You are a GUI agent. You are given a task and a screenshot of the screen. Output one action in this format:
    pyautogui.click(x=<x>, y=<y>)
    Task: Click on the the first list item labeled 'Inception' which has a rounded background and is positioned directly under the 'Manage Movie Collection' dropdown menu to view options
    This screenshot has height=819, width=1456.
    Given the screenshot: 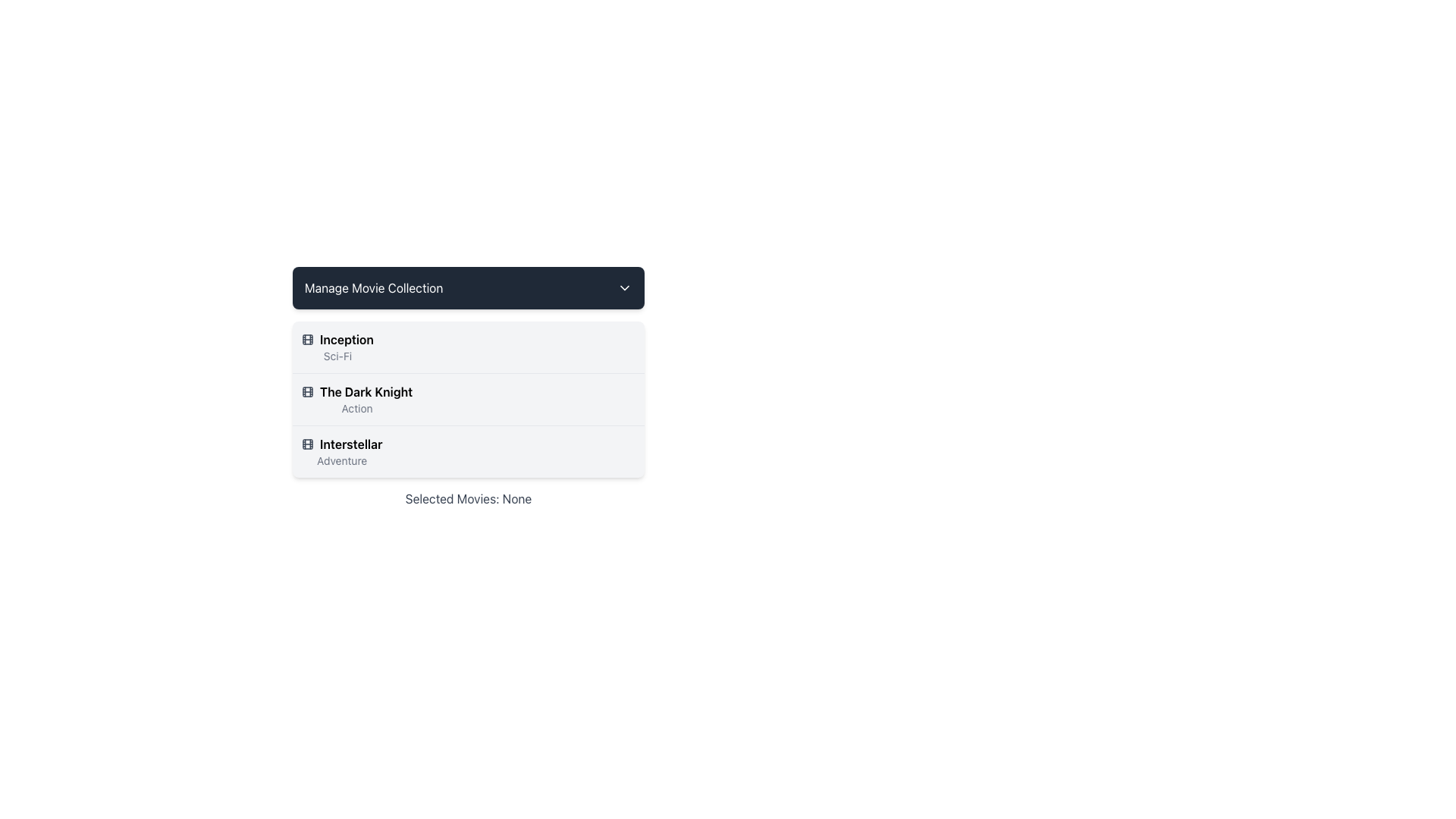 What is the action you would take?
    pyautogui.click(x=468, y=347)
    